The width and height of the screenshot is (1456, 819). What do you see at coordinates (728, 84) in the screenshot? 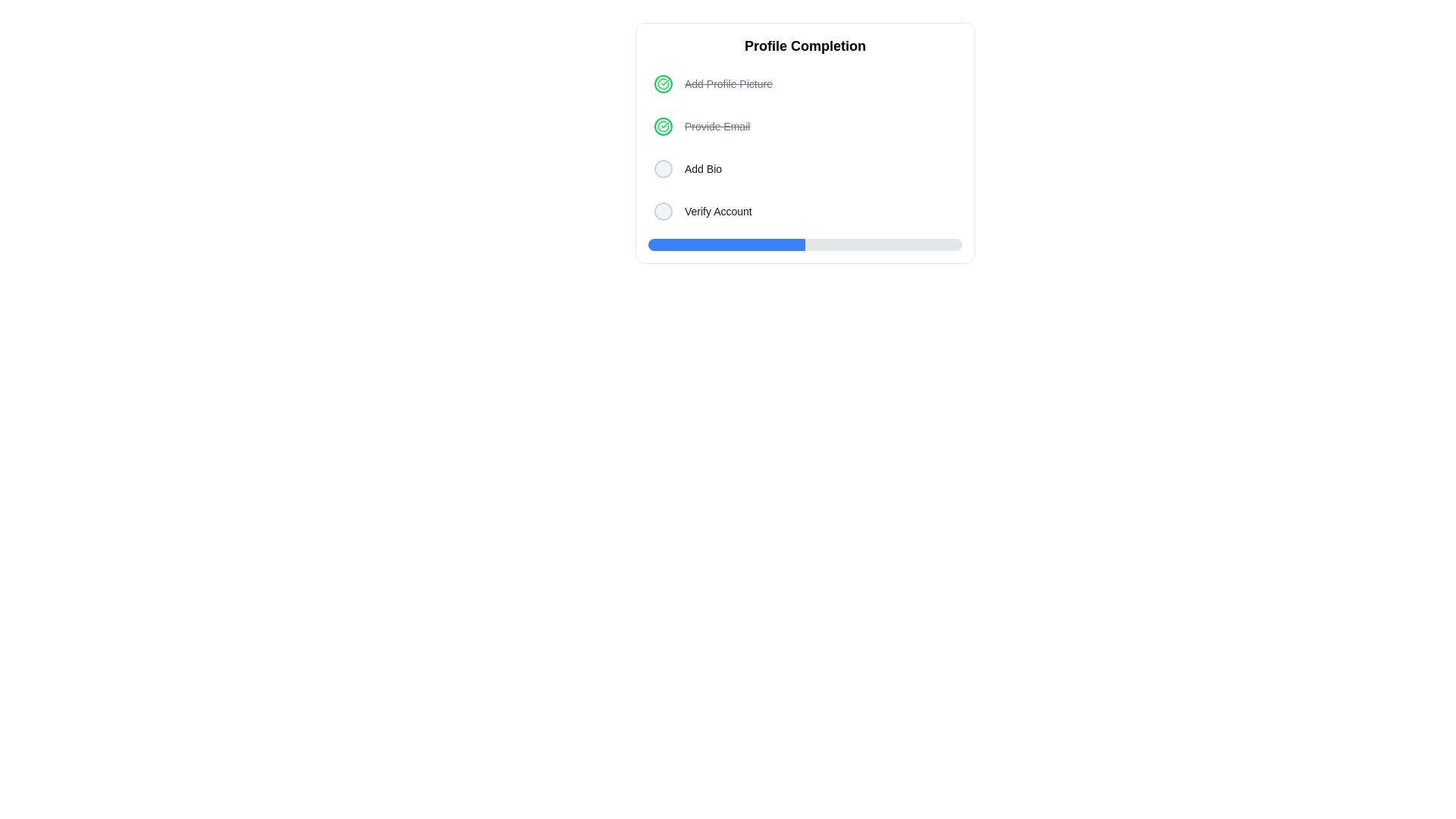
I see `the text label displaying 'Add Profile Picture' which has a gray font color and a line-through decoration, indicating it is deactivated` at bounding box center [728, 84].